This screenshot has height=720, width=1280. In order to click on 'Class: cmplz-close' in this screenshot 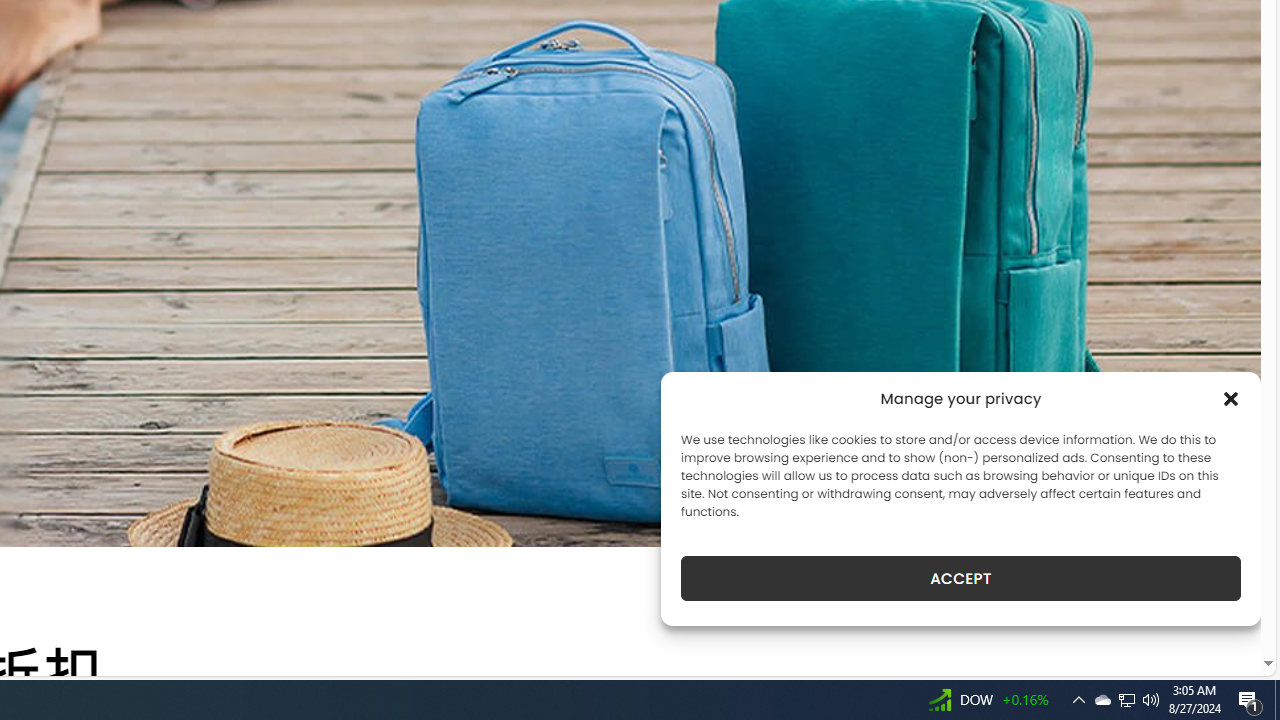, I will do `click(1230, 398)`.